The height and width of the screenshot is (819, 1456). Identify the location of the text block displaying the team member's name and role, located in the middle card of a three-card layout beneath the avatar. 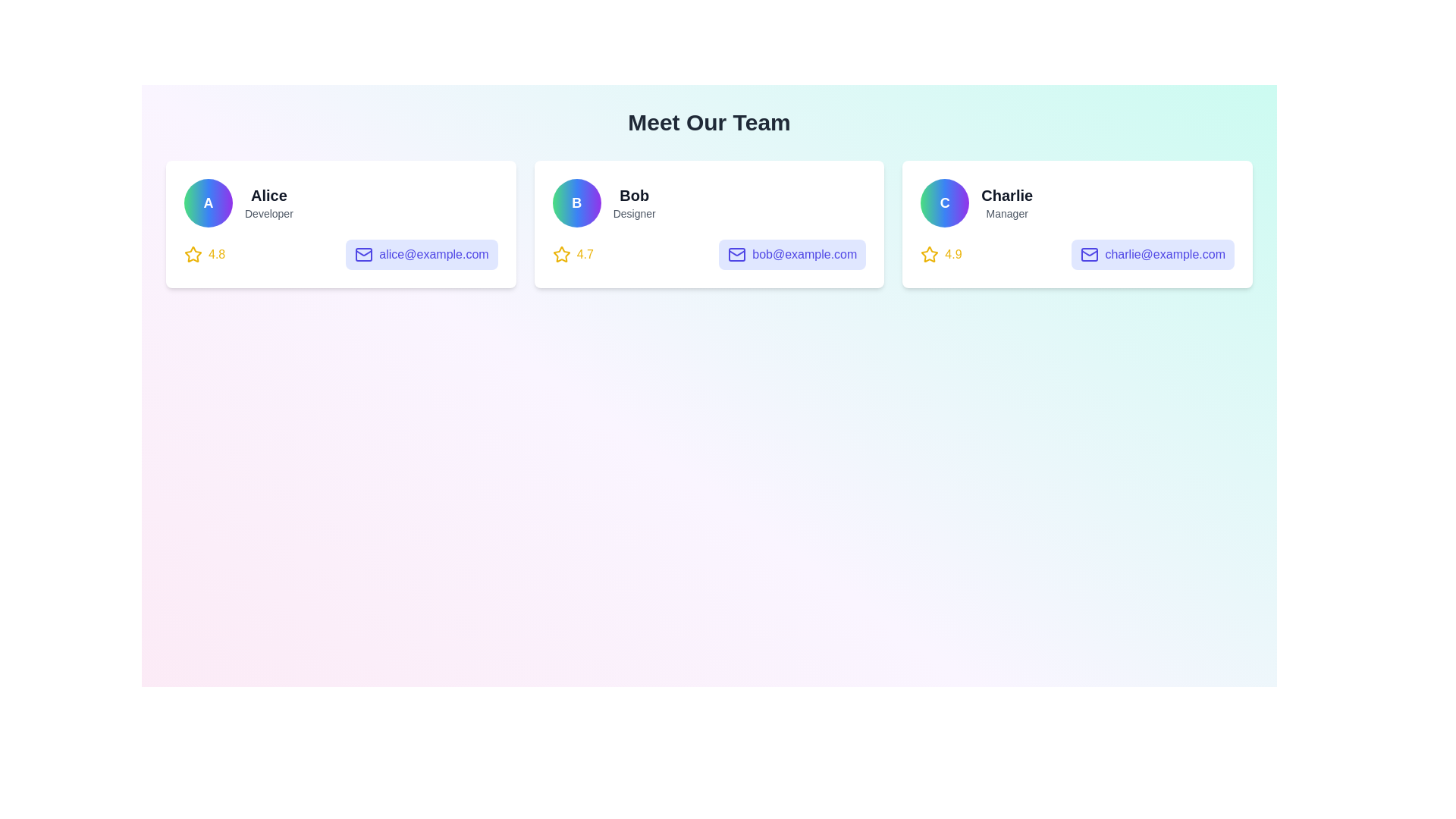
(634, 202).